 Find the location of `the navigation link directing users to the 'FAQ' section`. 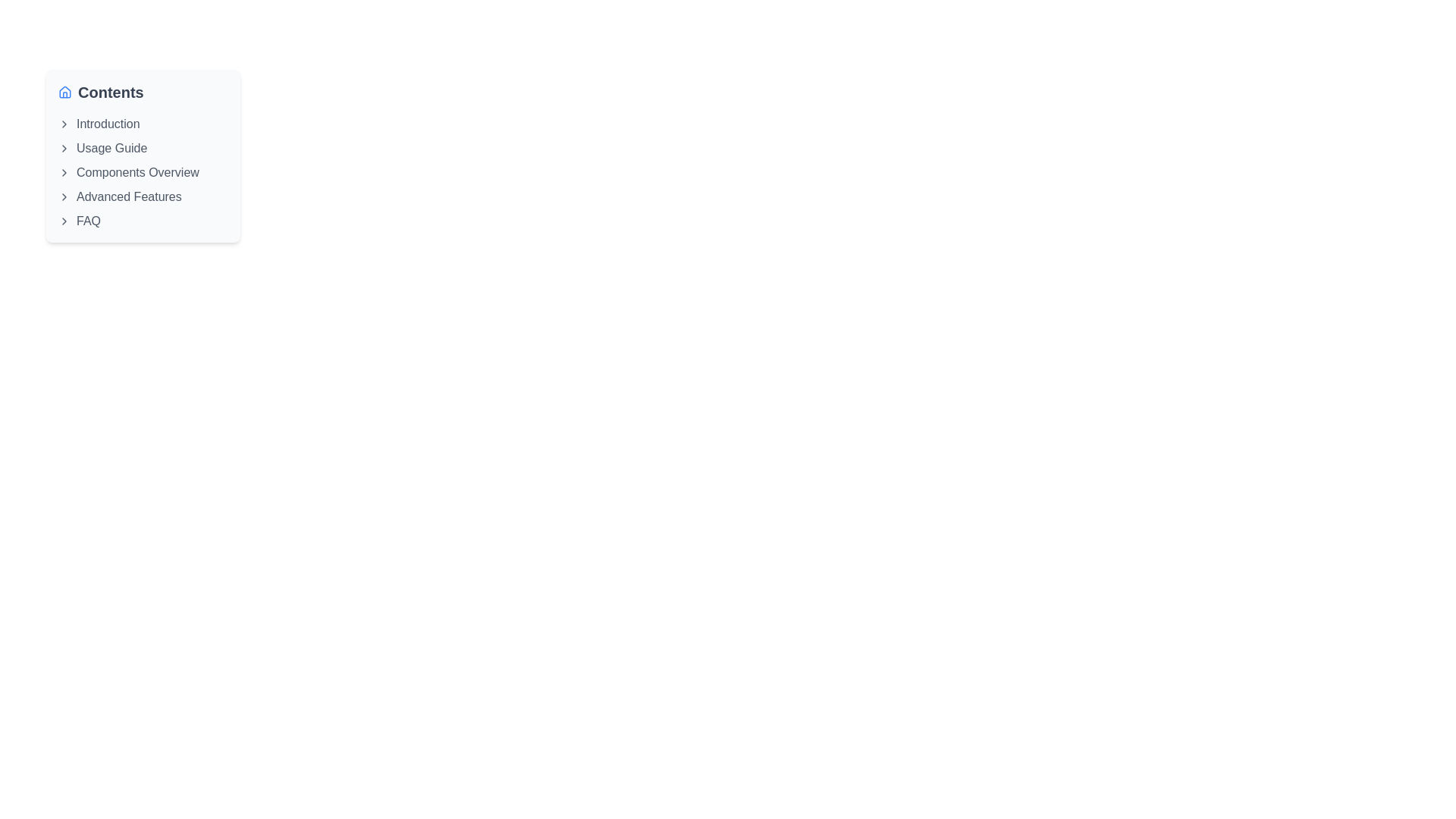

the navigation link directing users to the 'FAQ' section is located at coordinates (143, 221).